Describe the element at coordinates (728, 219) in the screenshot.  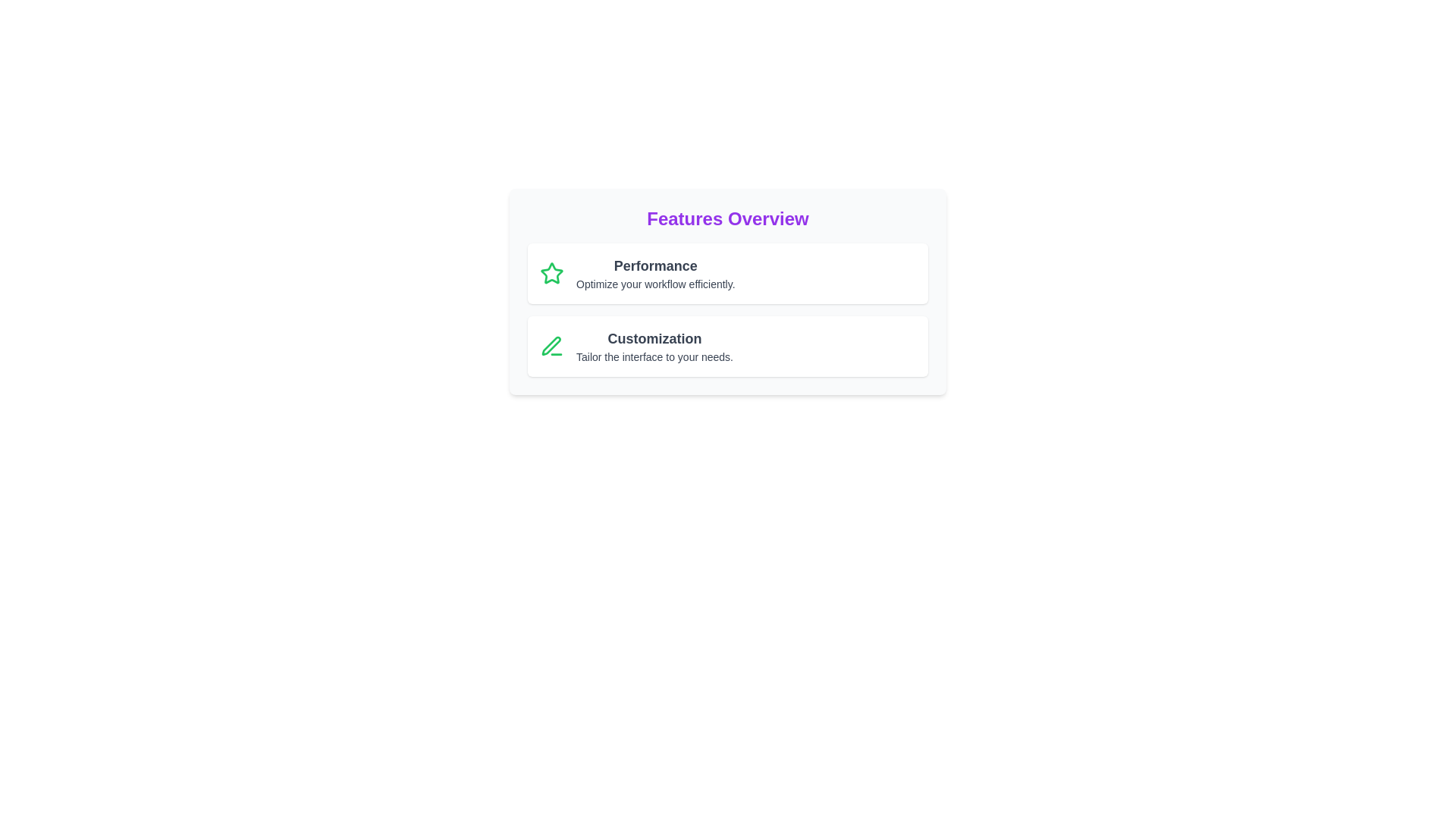
I see `bold purple text label that says 'Features Overview', which is prominently positioned at the top of the card layout` at that location.